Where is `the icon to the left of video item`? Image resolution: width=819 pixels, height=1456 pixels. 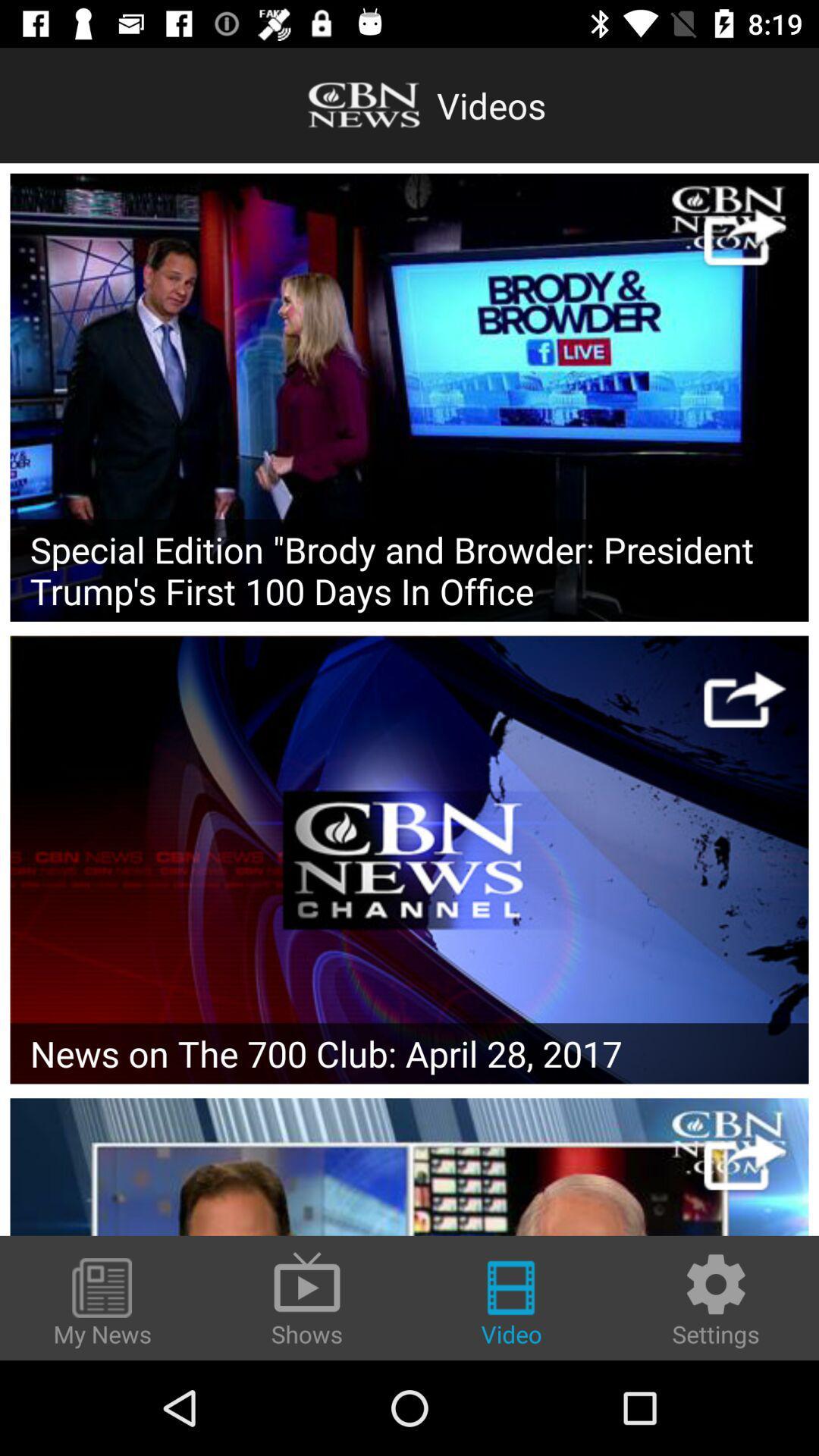 the icon to the left of video item is located at coordinates (307, 1297).